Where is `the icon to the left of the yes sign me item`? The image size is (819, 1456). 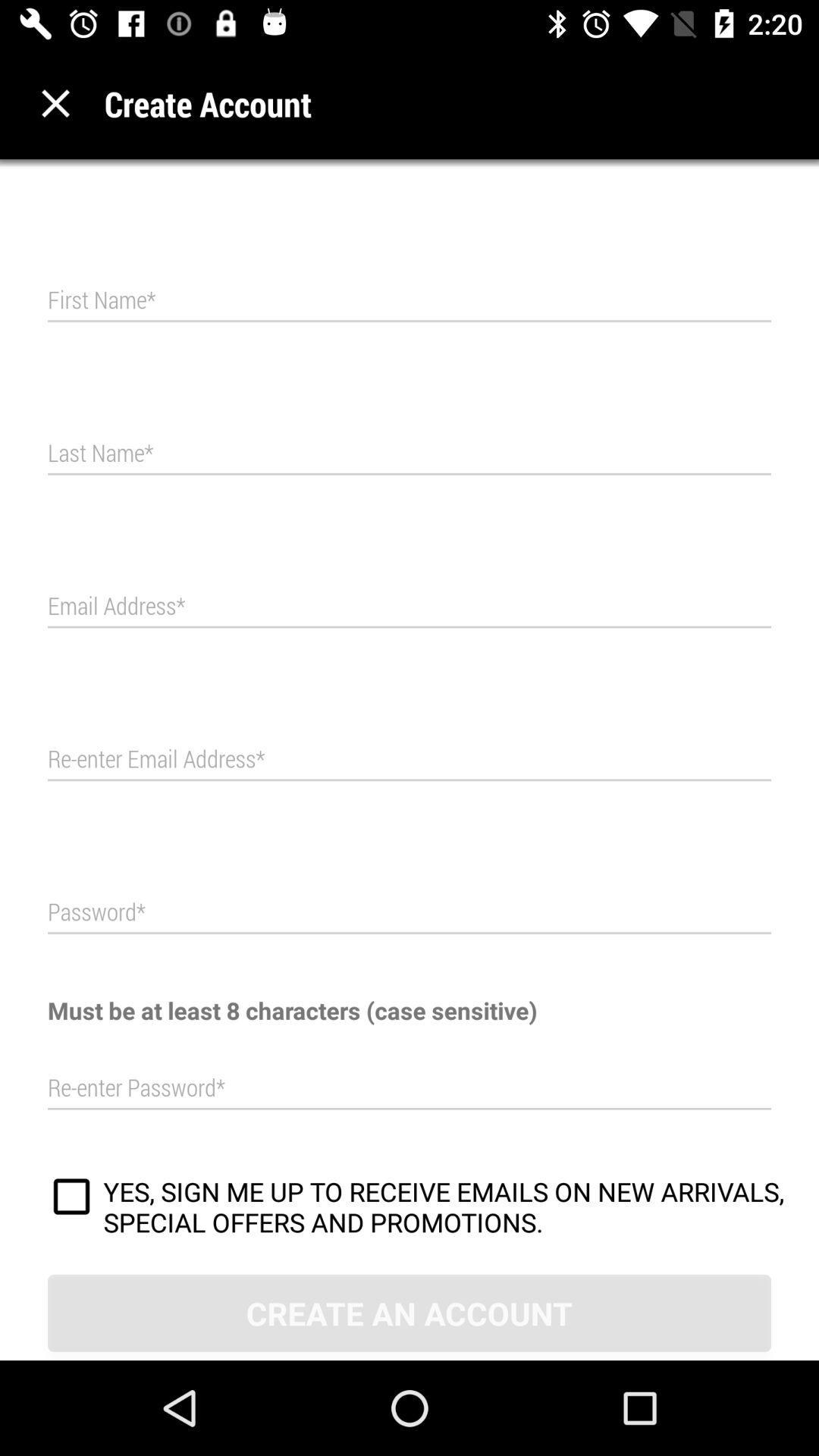
the icon to the left of the yes sign me item is located at coordinates (71, 1198).